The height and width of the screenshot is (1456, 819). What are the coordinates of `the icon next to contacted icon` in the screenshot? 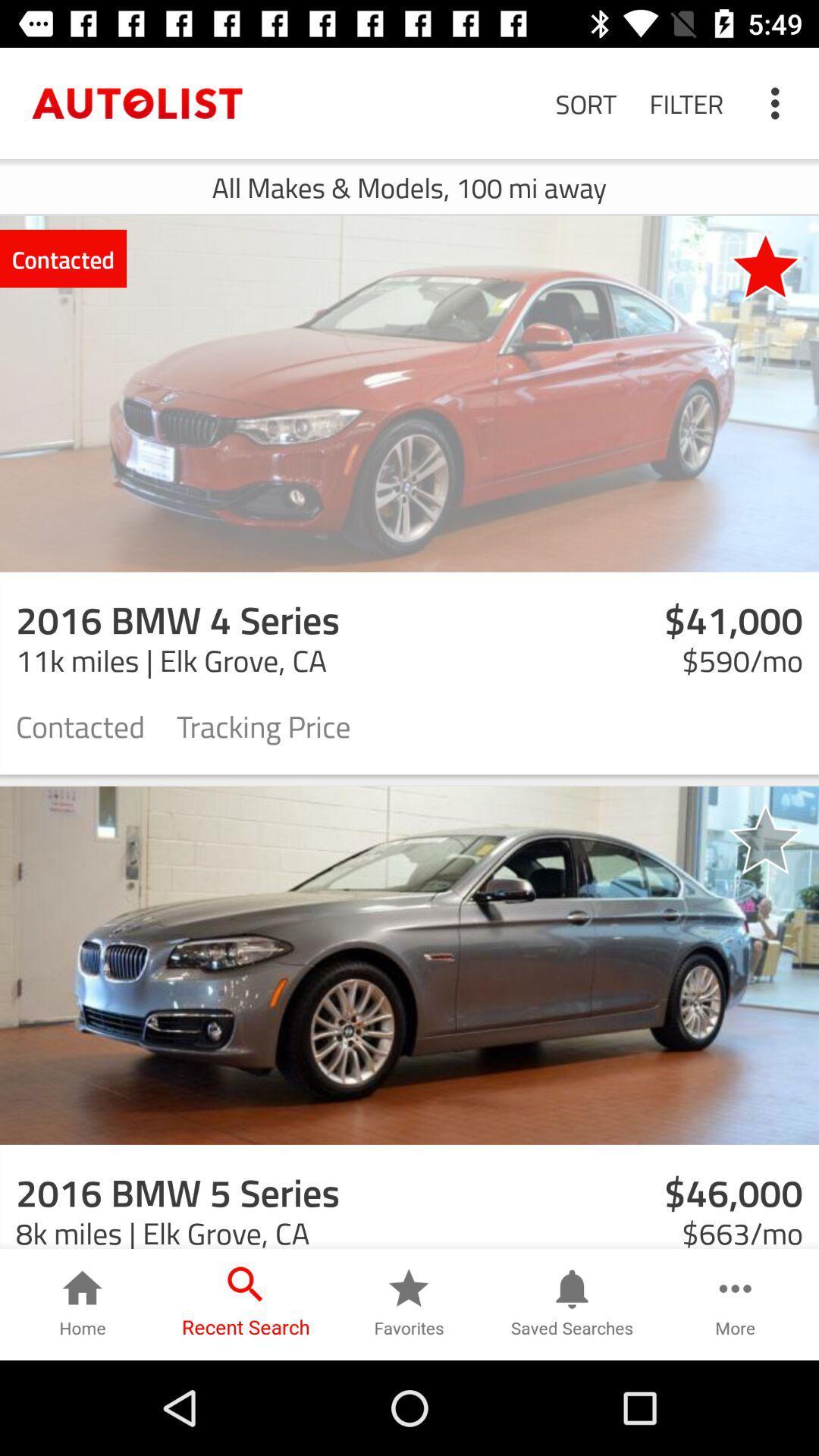 It's located at (262, 724).